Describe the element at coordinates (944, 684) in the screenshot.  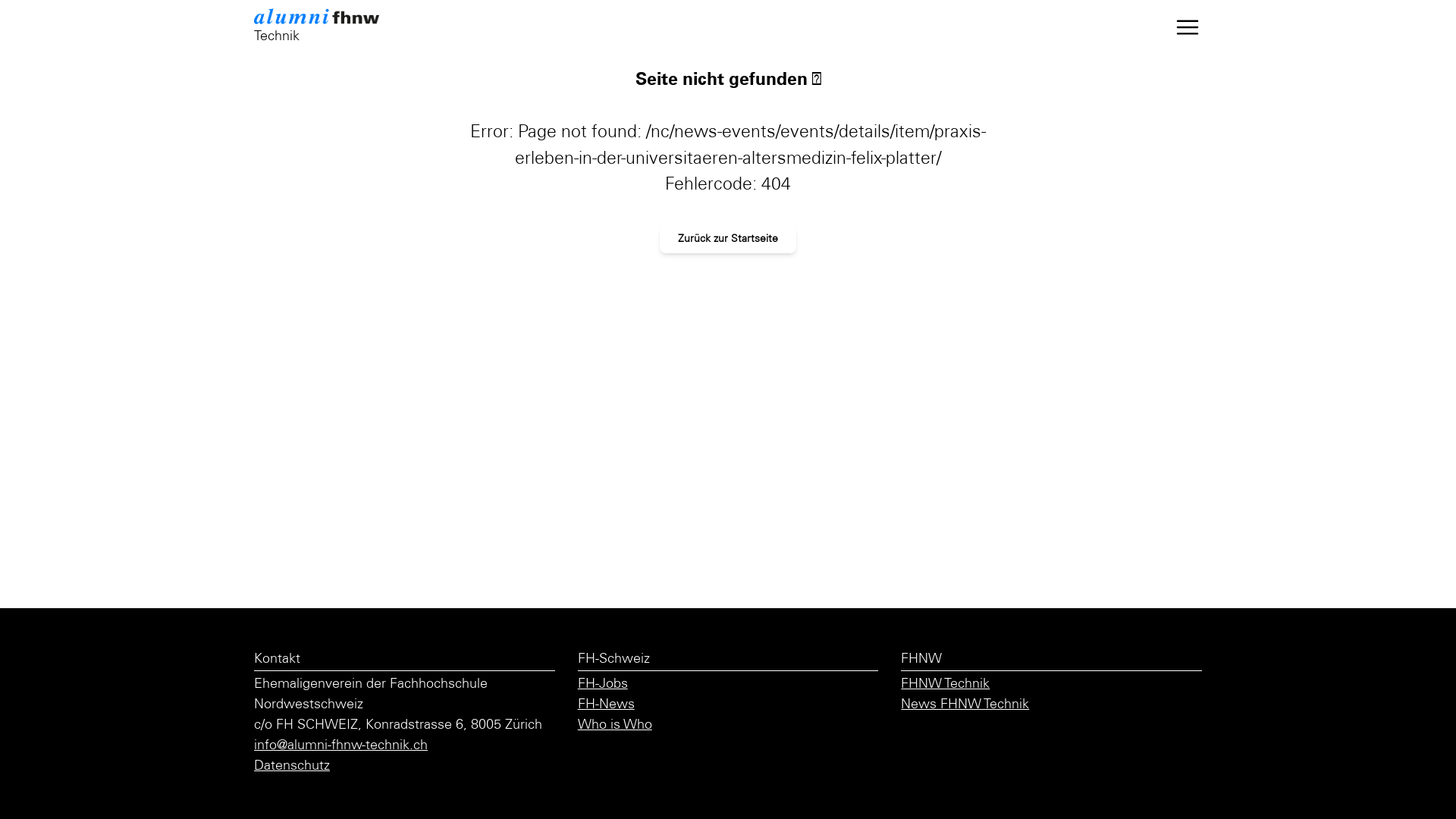
I see `'FHNW Technik'` at that location.